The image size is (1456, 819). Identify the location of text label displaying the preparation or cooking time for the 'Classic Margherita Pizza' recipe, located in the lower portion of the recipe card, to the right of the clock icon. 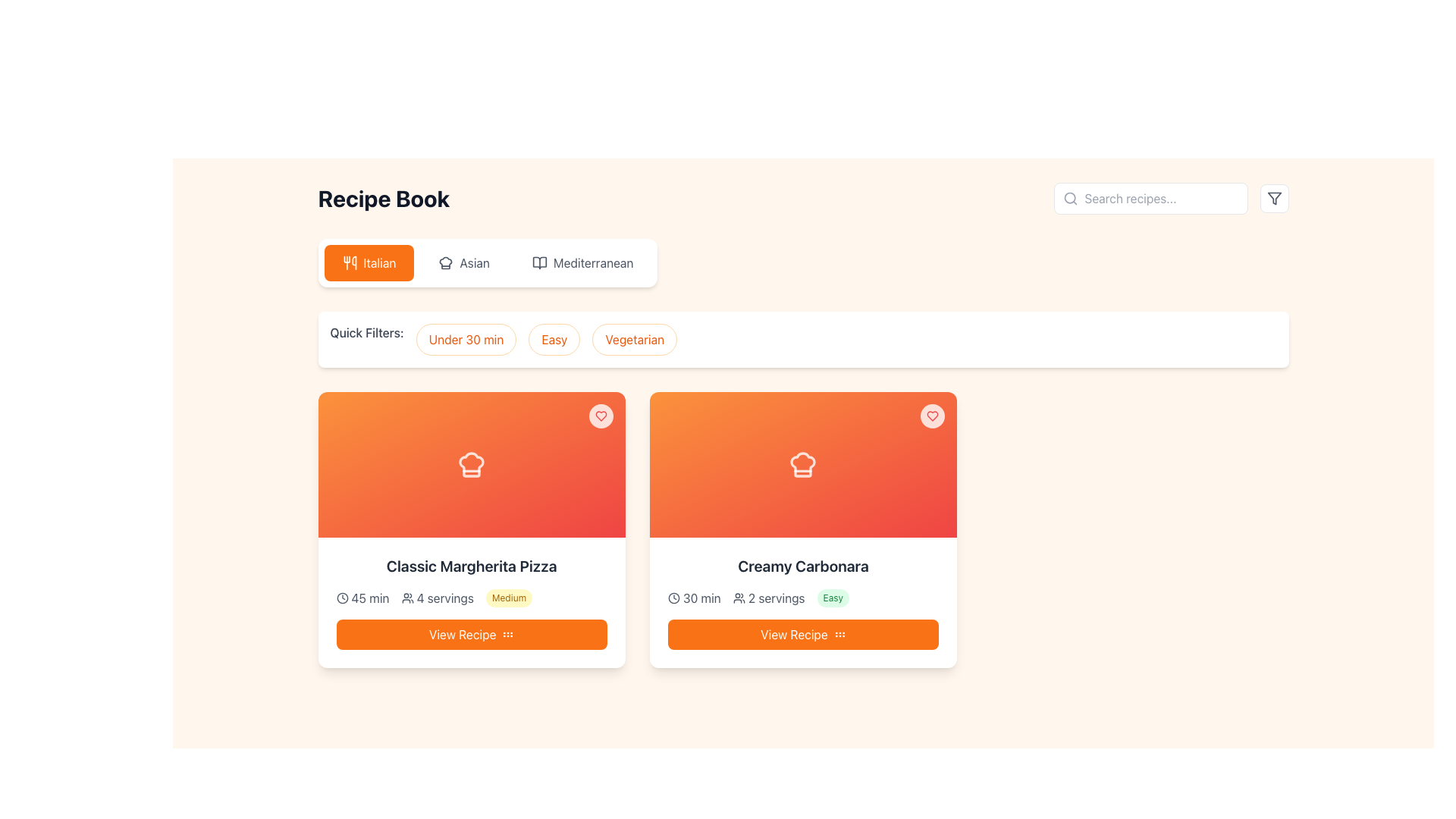
(370, 598).